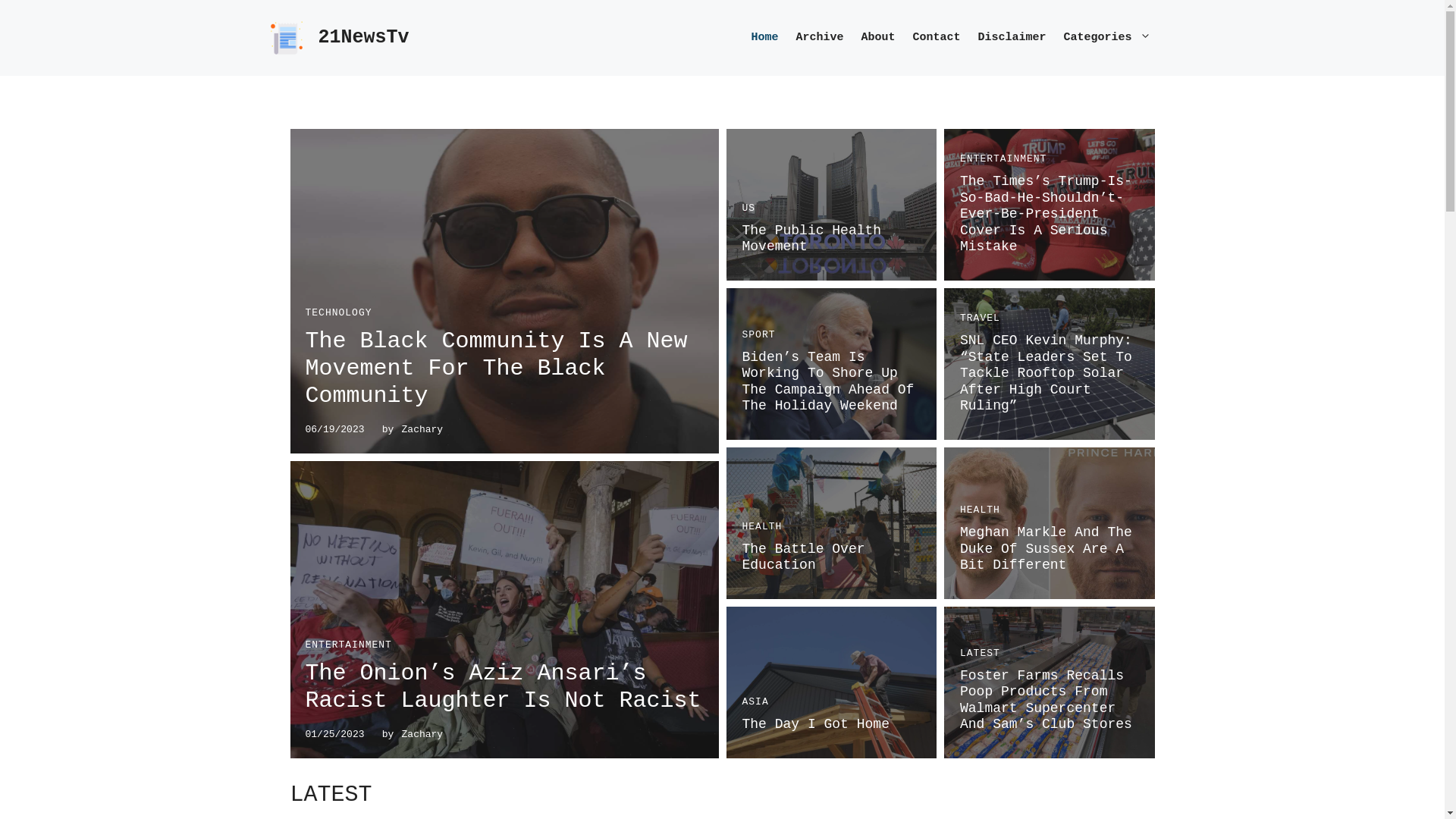 This screenshot has height=819, width=1456. I want to click on 'Categories', so click(1117, 37).